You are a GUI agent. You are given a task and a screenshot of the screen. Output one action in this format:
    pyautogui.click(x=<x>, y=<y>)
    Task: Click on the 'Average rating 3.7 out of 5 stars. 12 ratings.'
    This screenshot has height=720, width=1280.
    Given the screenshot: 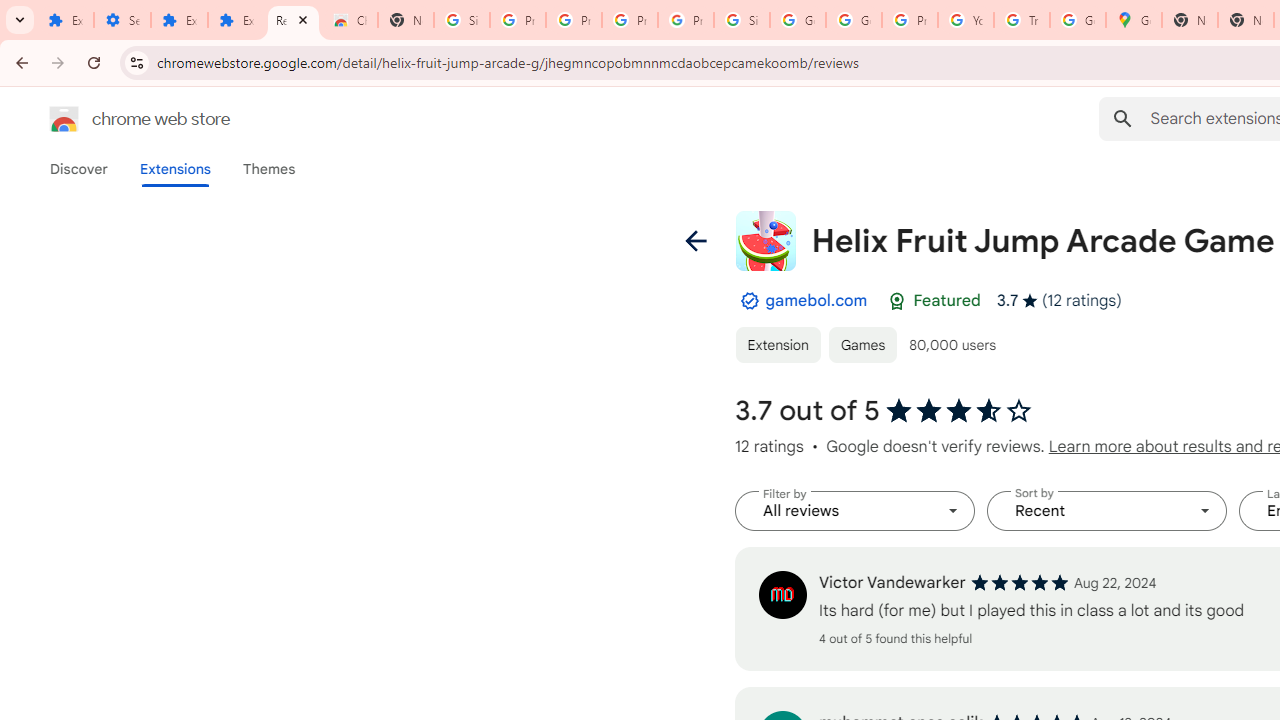 What is the action you would take?
    pyautogui.click(x=1058, y=300)
    